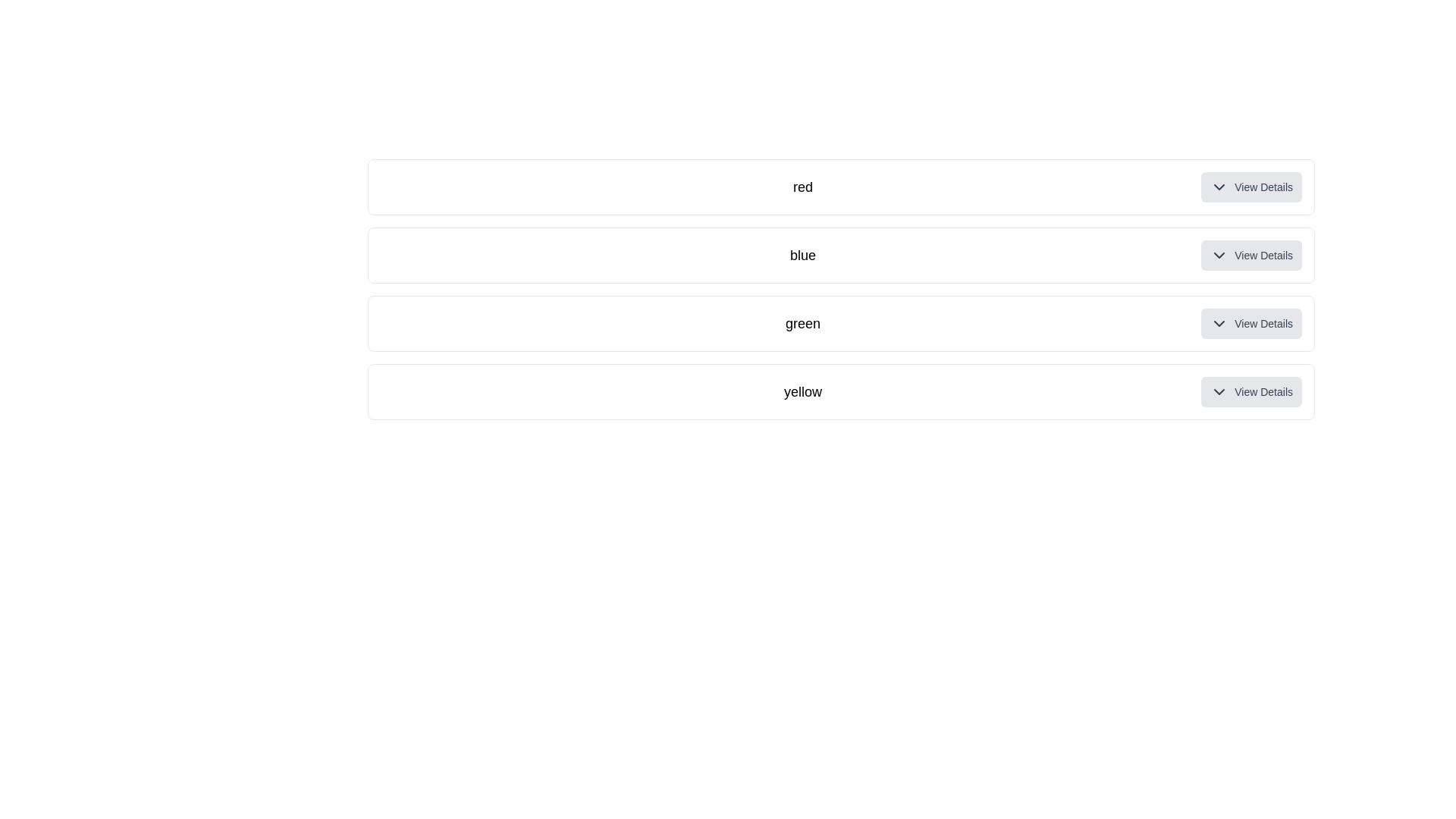 The image size is (1456, 819). What do you see at coordinates (1251, 254) in the screenshot?
I see `the 'View Details' button located on the right side of the row associated with the label 'blue' for keyboard navigation` at bounding box center [1251, 254].